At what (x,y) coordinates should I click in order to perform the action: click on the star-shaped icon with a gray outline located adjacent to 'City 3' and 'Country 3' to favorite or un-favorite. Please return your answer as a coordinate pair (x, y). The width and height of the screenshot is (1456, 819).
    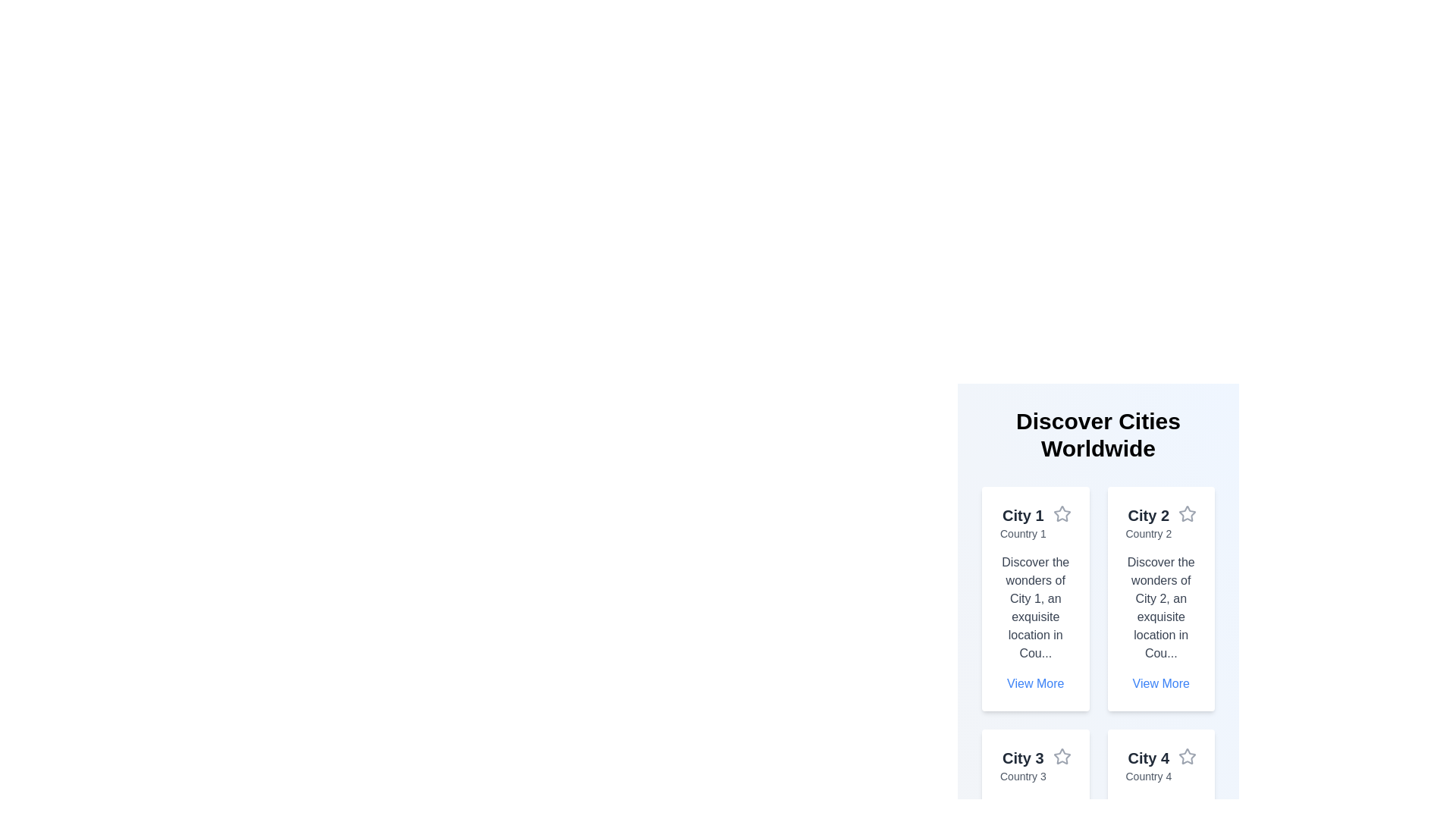
    Looking at the image, I should click on (1061, 757).